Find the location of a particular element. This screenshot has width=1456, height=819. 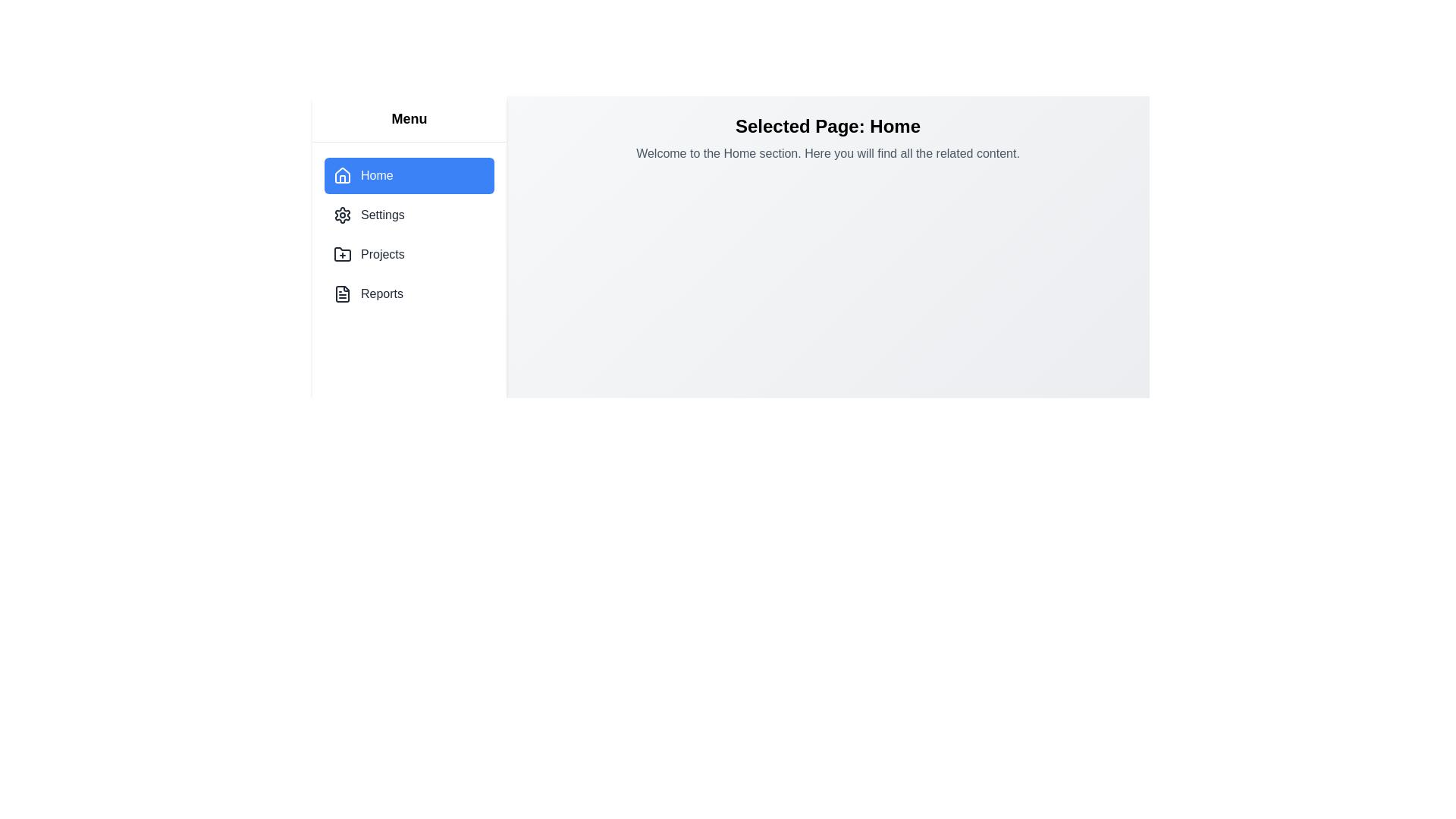

static text header that displays 'Selected Page: Home', which is centered and bold at the top of the content area is located at coordinates (827, 125).